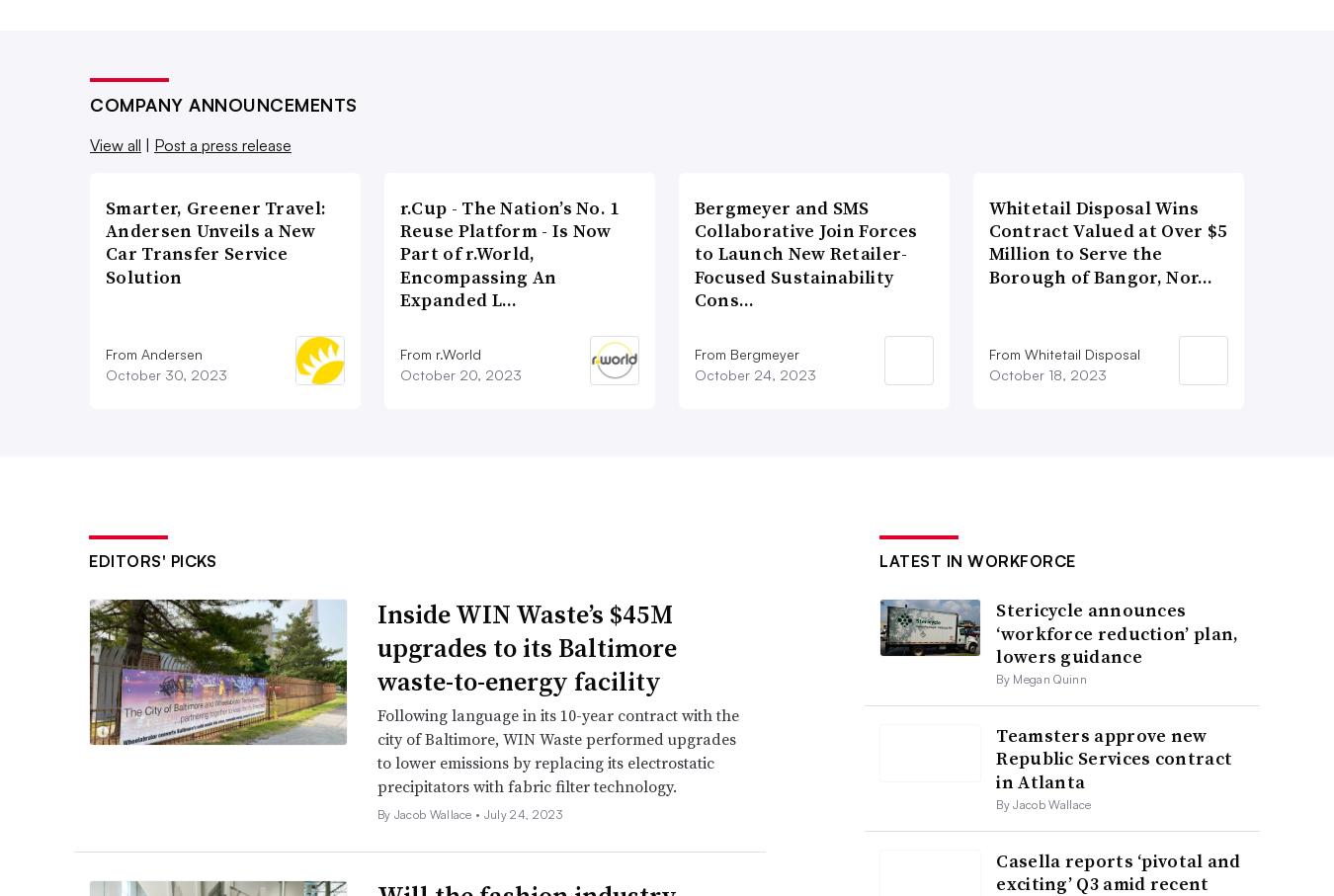  I want to click on 'By Jacob Wallace', so click(1042, 804).